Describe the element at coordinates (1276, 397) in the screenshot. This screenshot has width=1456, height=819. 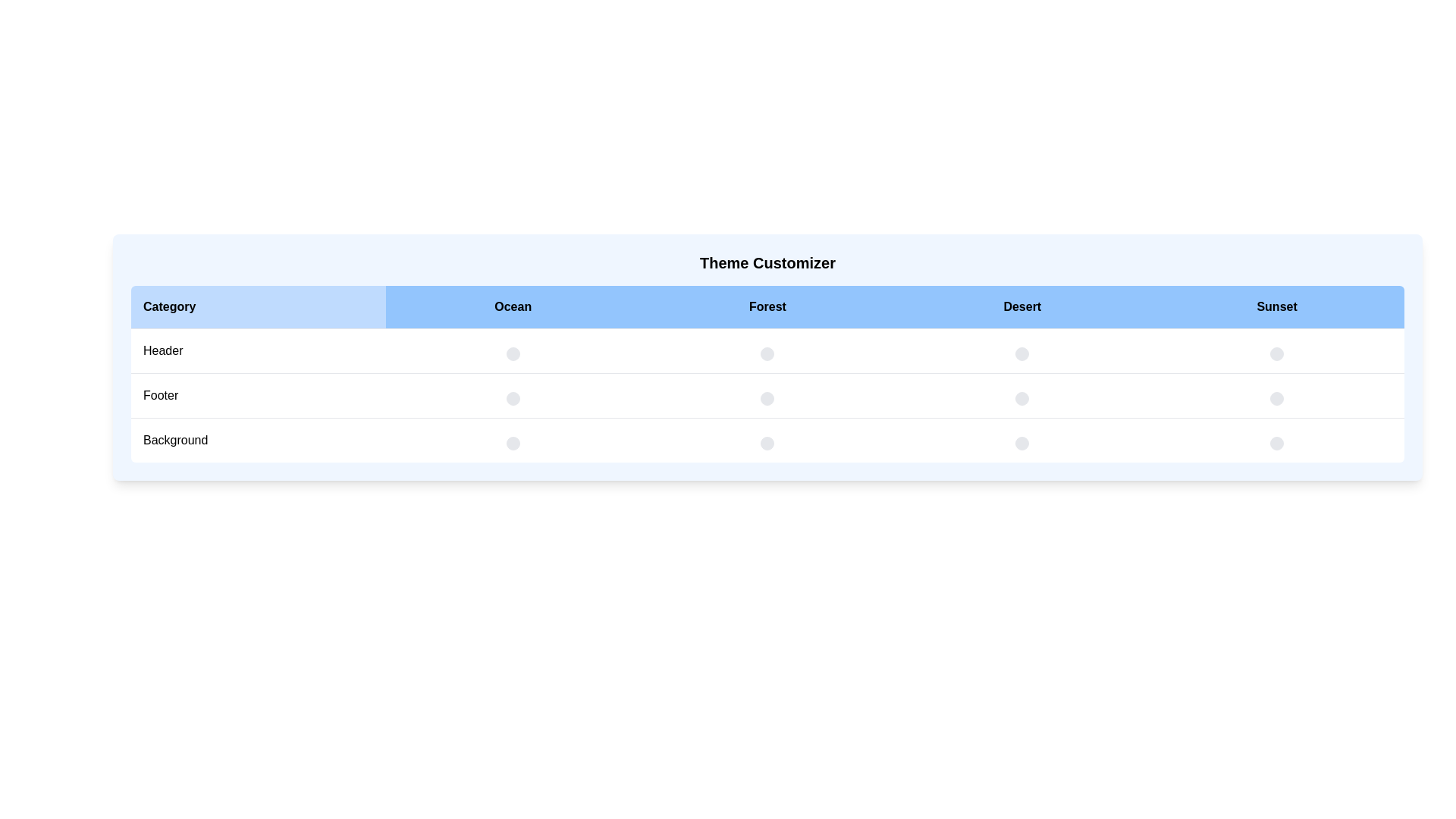
I see `the button in the 'Sunset' category of the 'Background' row` at that location.